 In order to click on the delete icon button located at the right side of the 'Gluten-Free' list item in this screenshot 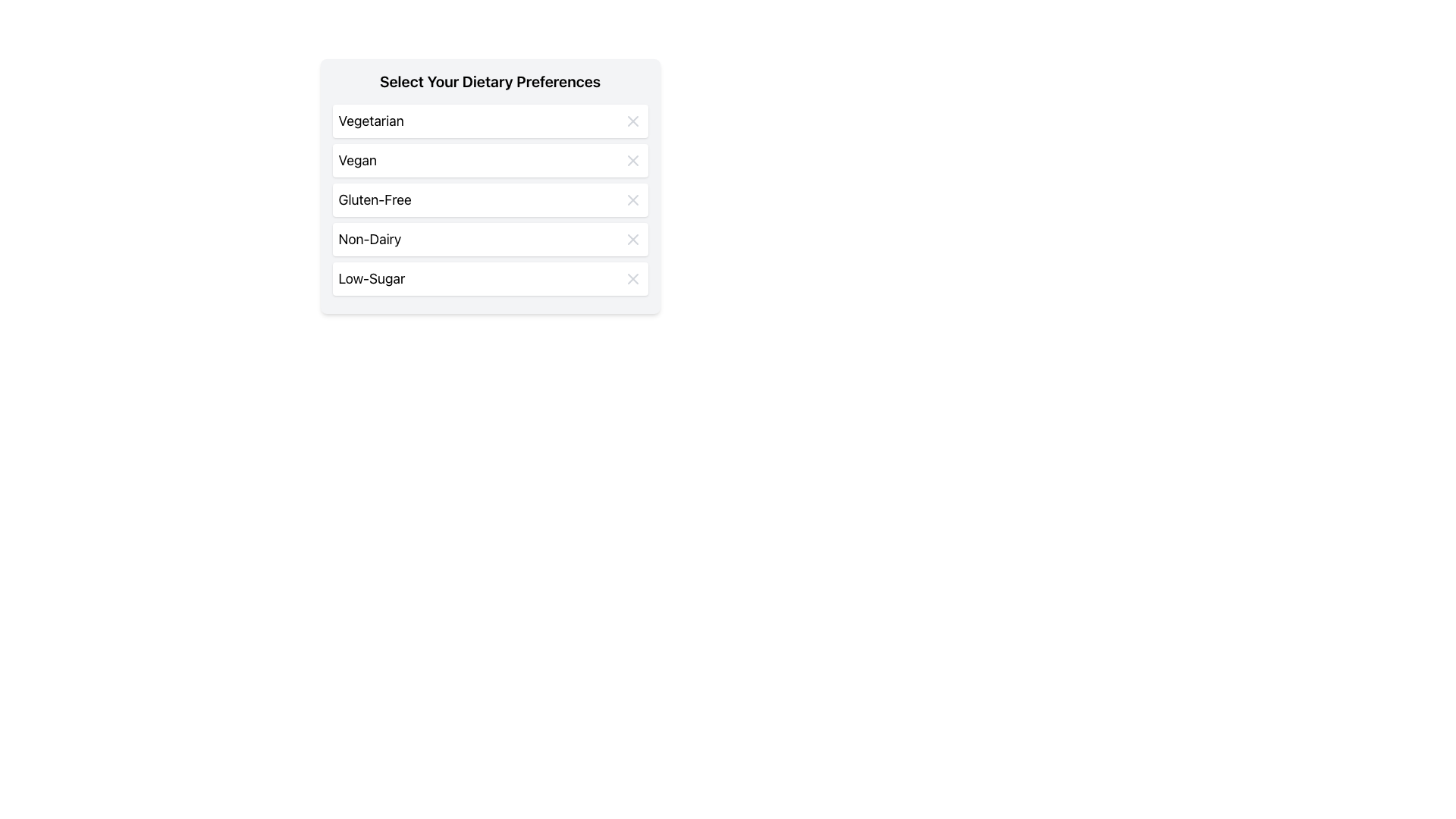, I will do `click(632, 199)`.